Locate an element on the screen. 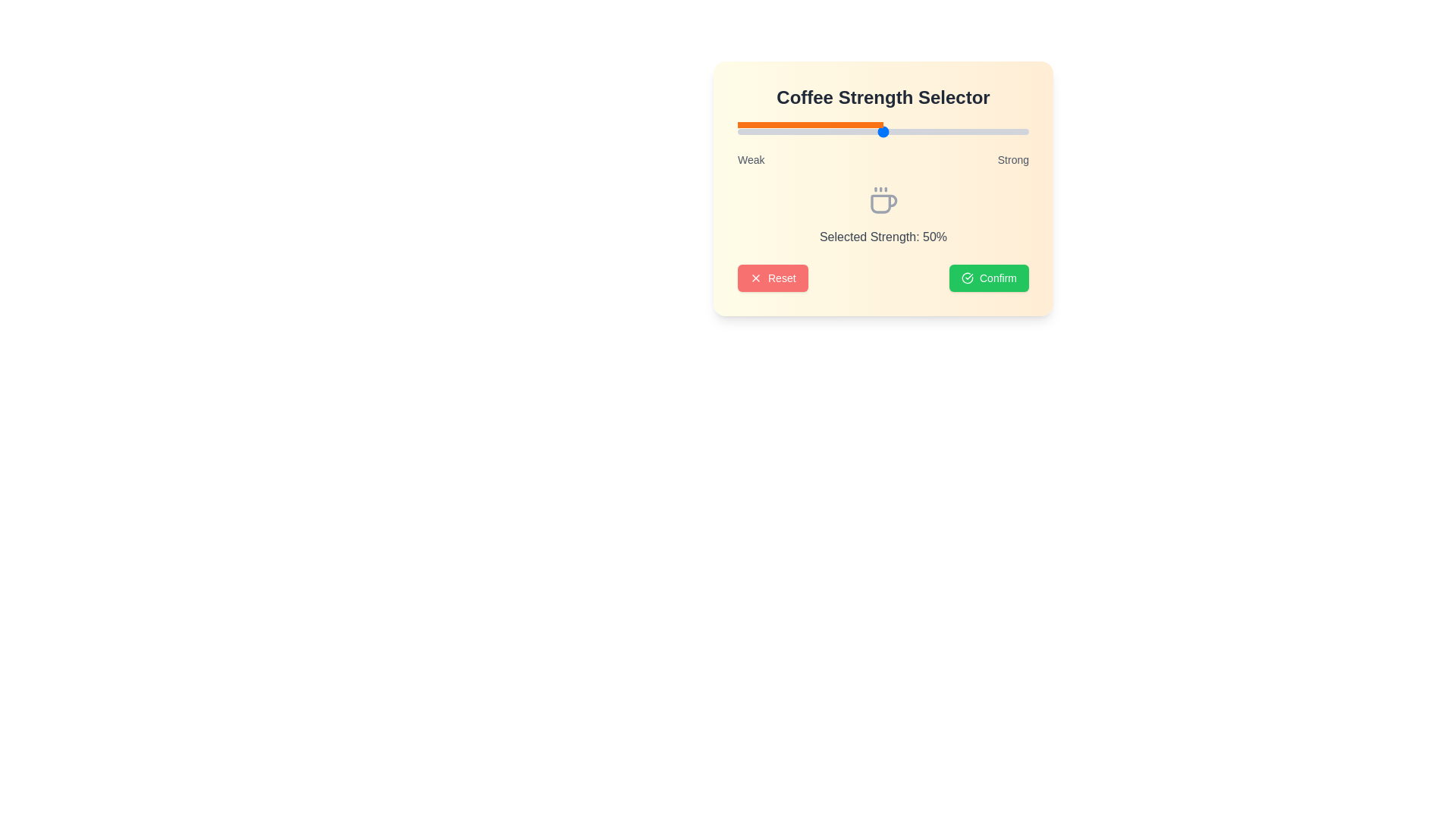 The height and width of the screenshot is (819, 1456). the 'Reset' button, which has a red background and a white cross icon is located at coordinates (772, 278).